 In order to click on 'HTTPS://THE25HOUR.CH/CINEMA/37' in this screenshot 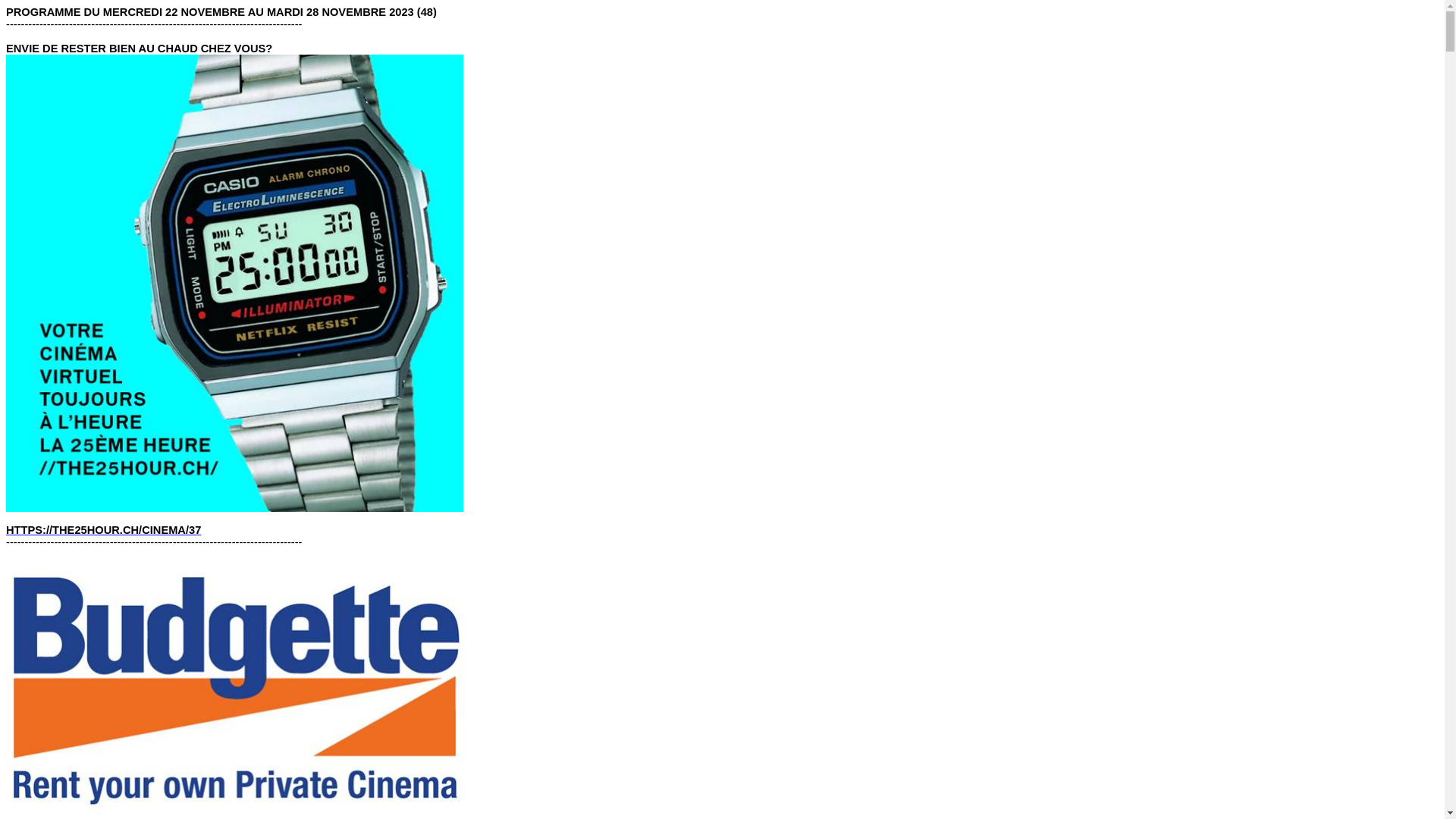, I will do `click(102, 529)`.